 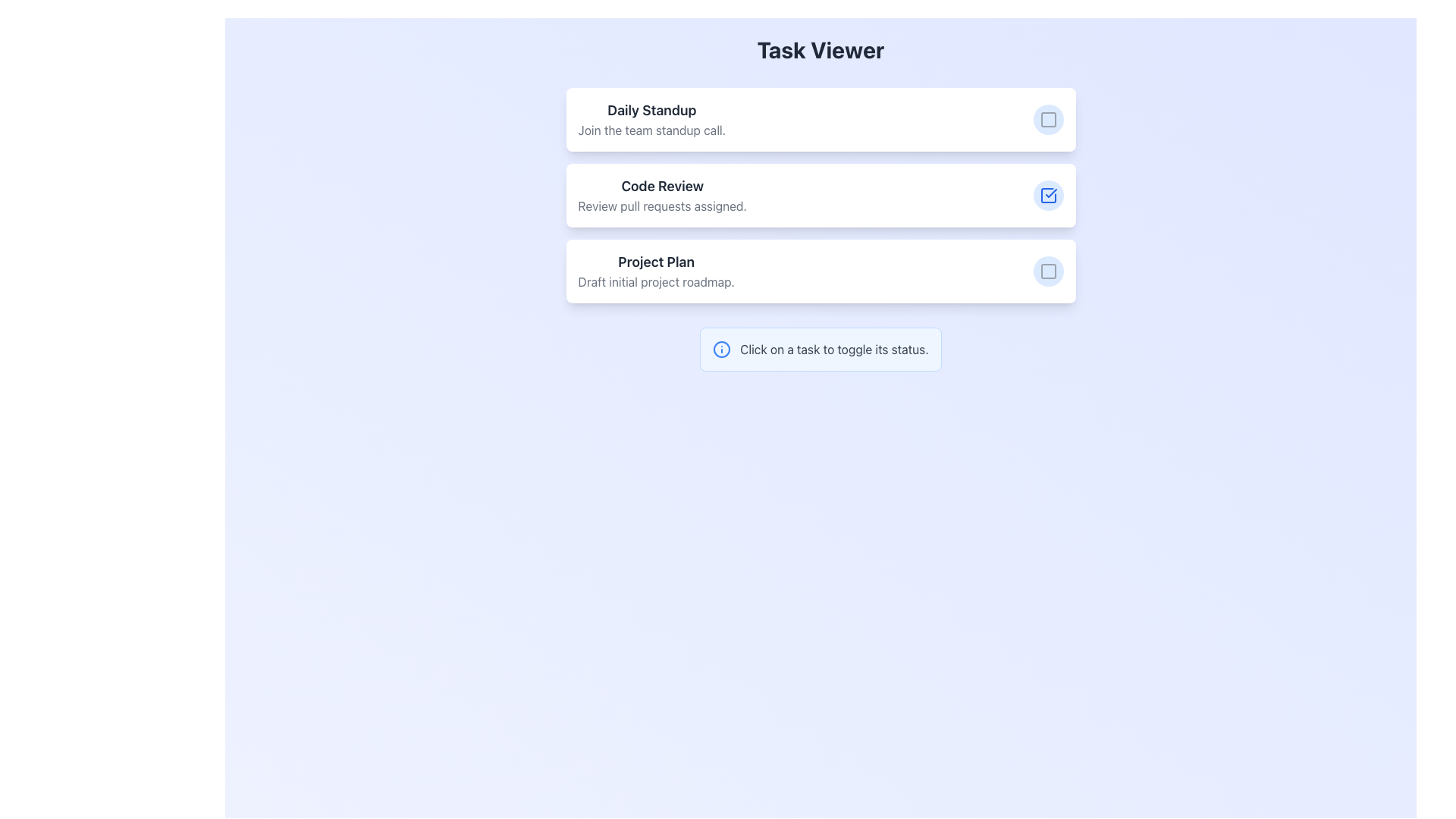 I want to click on the descriptive Text Label that provides context for the 'Daily Standup' task item, located directly below it in the same visual group, so click(x=651, y=130).